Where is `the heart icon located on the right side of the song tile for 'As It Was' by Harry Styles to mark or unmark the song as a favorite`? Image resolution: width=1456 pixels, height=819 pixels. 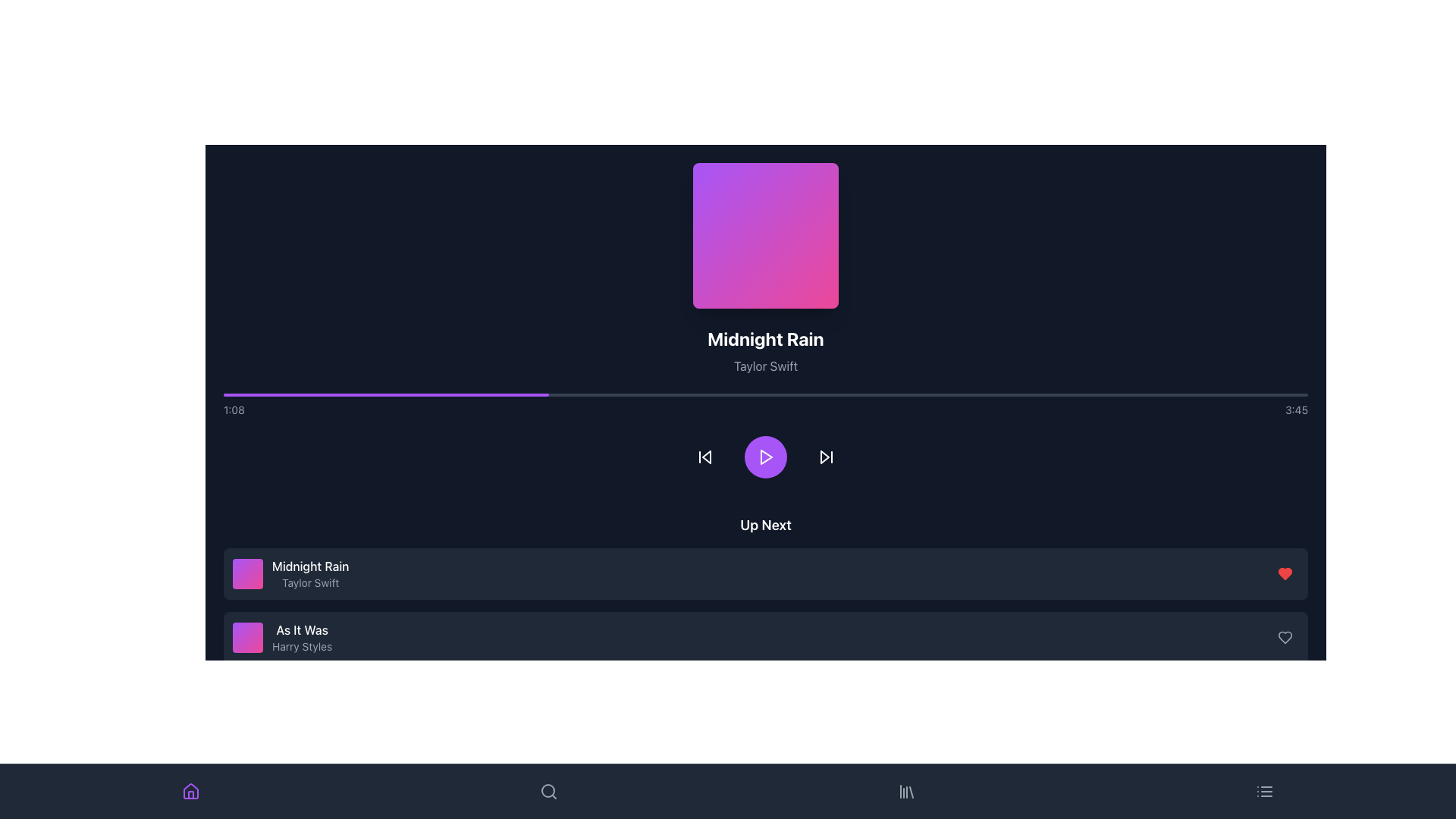 the heart icon located on the right side of the song tile for 'As It Was' by Harry Styles to mark or unmark the song as a favorite is located at coordinates (1284, 573).